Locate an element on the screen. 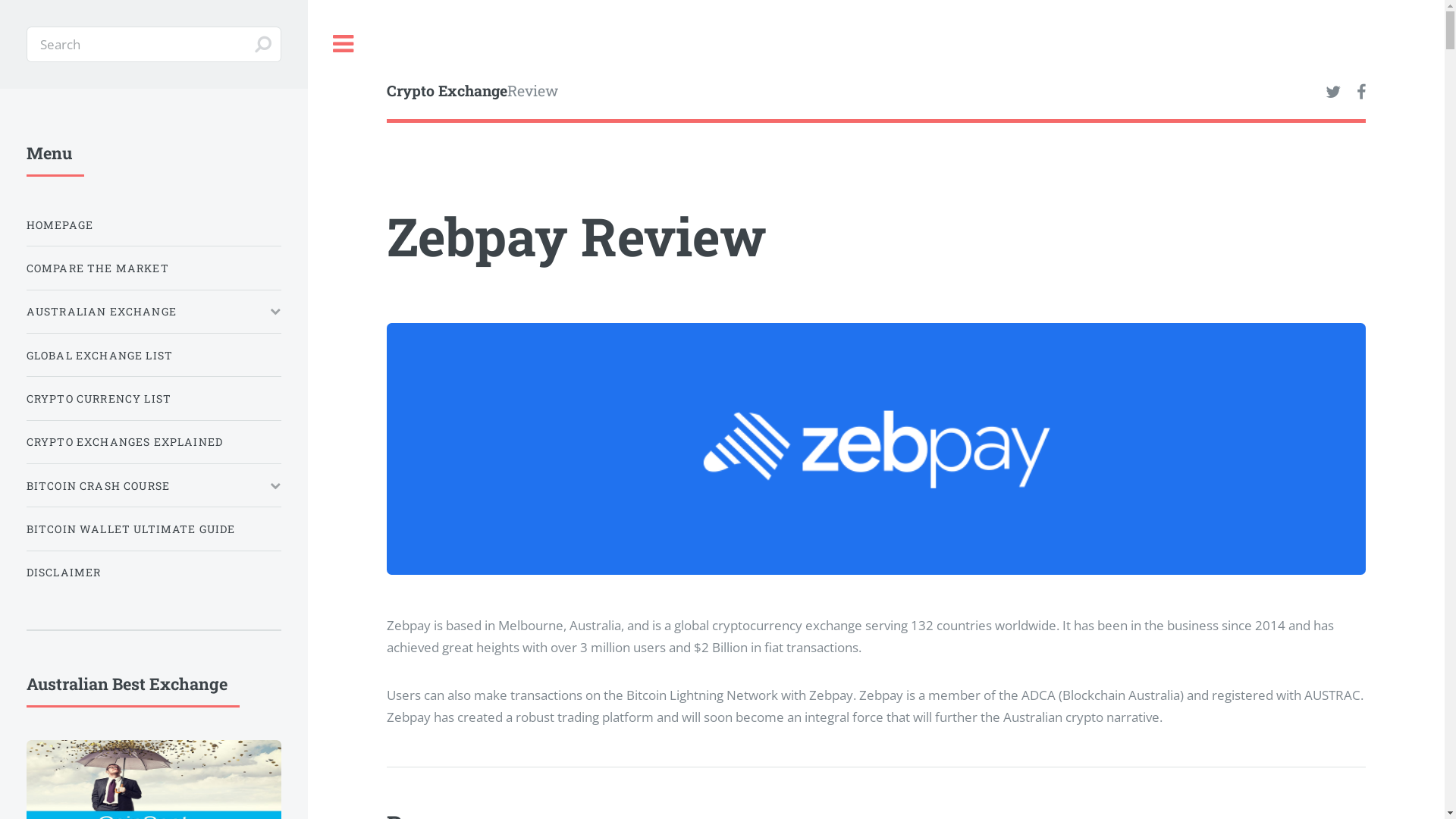  'HOMEPAGE' is located at coordinates (153, 224).